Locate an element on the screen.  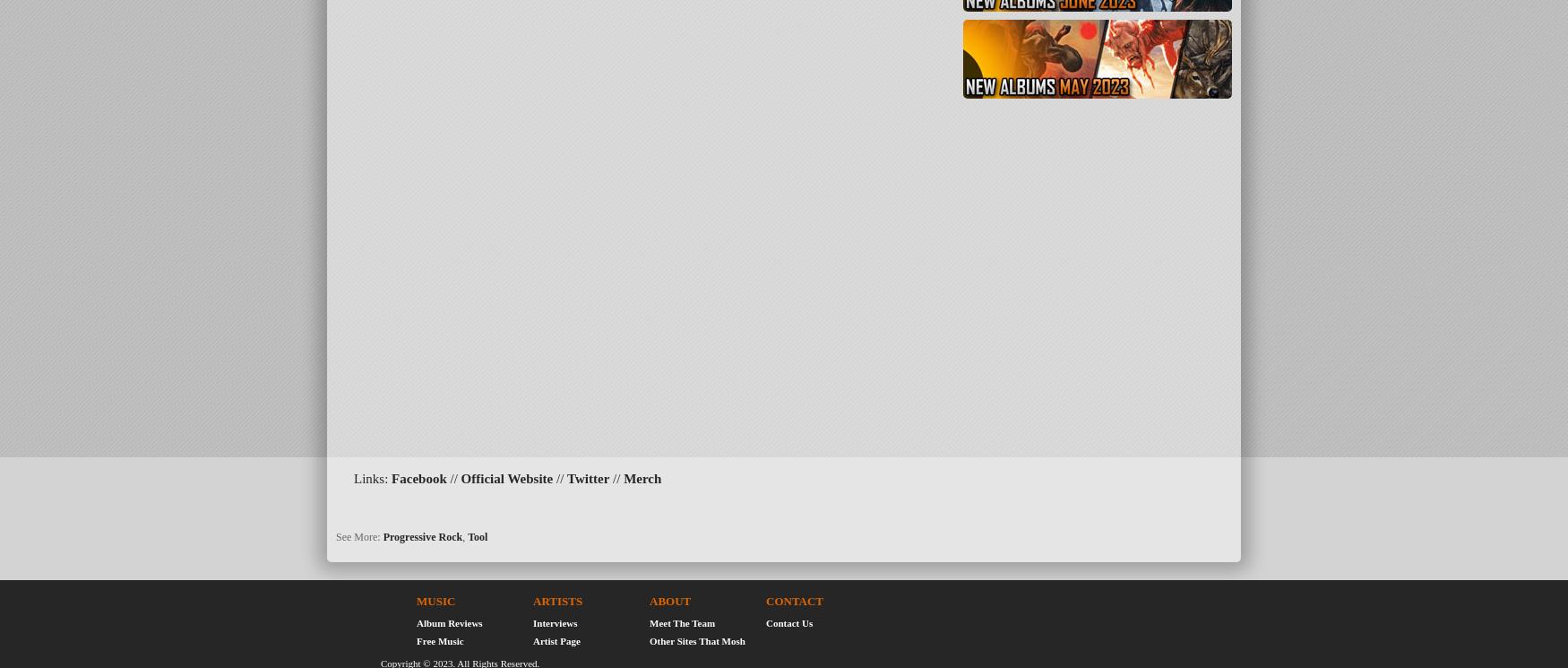
'Tool' is located at coordinates (477, 535).